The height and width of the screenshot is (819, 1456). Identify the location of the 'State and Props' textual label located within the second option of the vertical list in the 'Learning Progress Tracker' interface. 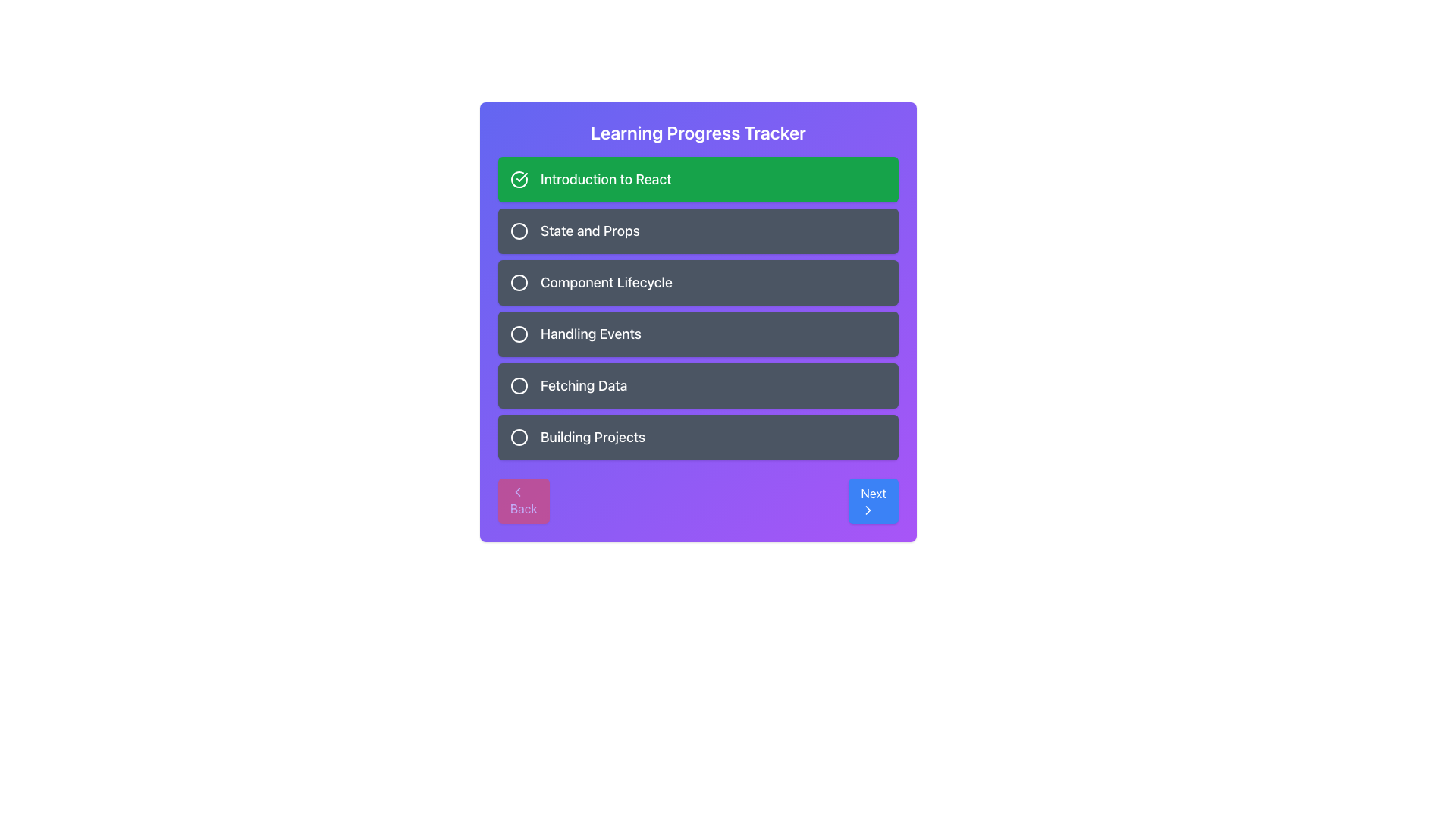
(589, 231).